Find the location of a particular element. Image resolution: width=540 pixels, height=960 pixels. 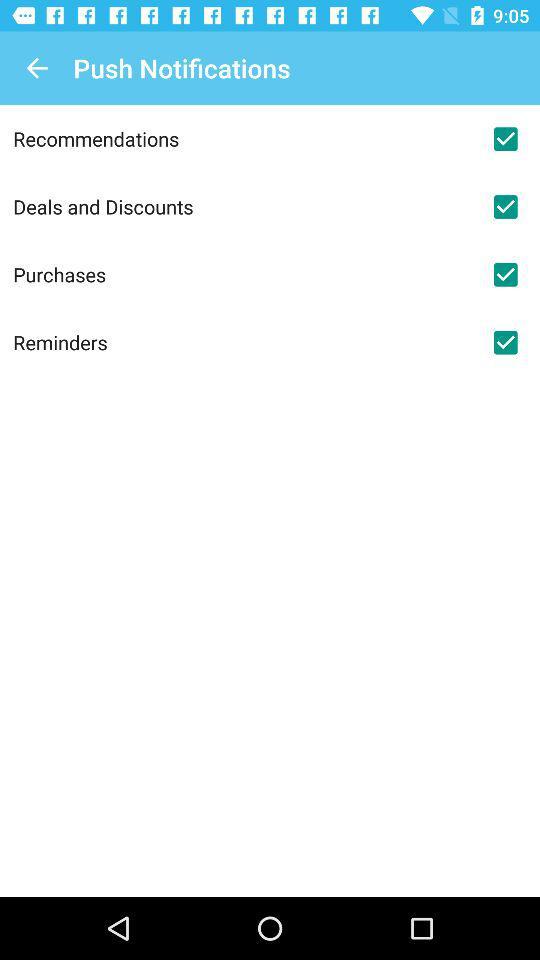

check deals and discounts is located at coordinates (504, 206).